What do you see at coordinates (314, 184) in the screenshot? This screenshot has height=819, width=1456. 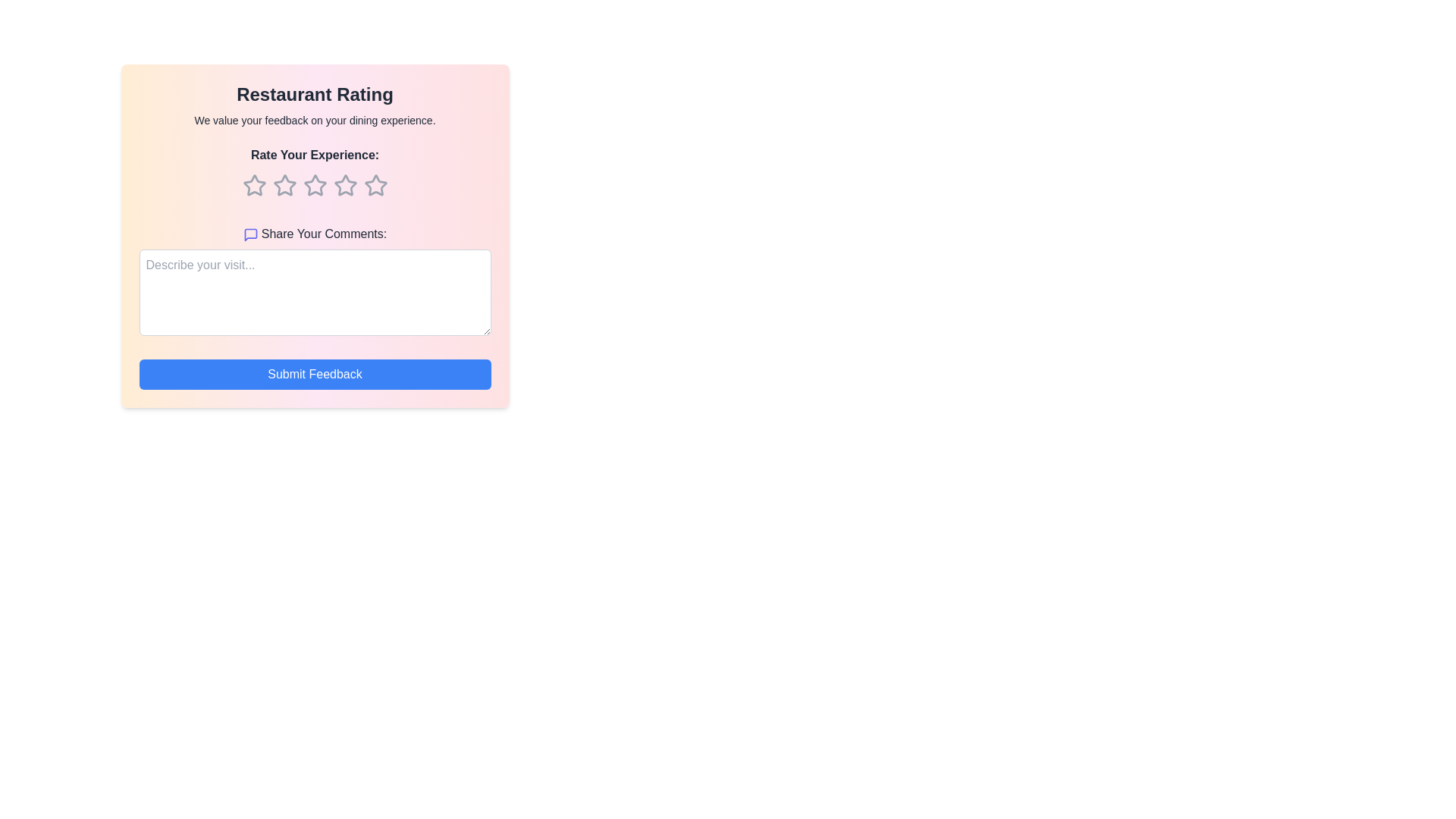 I see `the second star icon in the rating scale` at bounding box center [314, 184].